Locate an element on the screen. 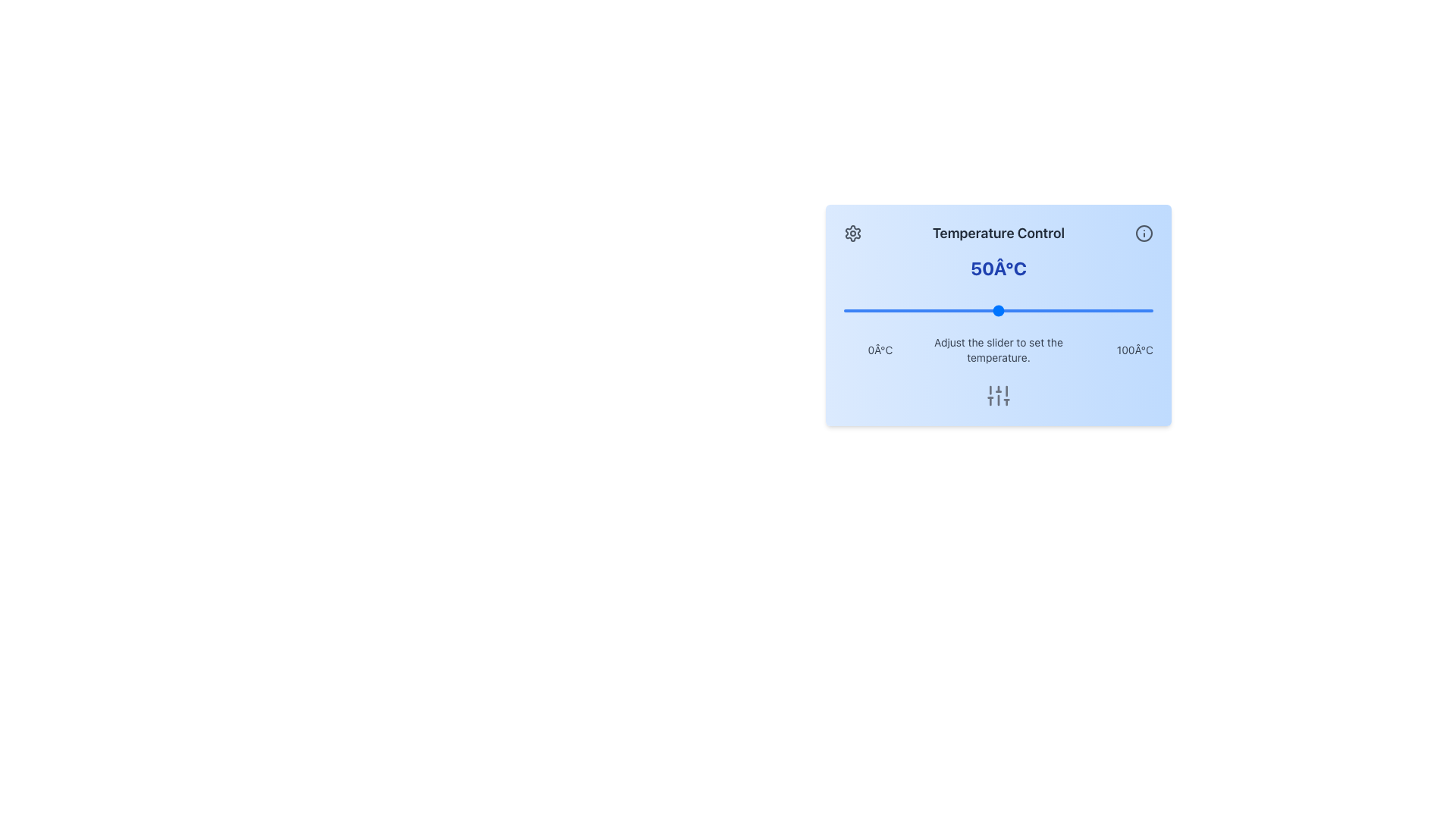 This screenshot has height=819, width=1456. temperature is located at coordinates (1053, 309).